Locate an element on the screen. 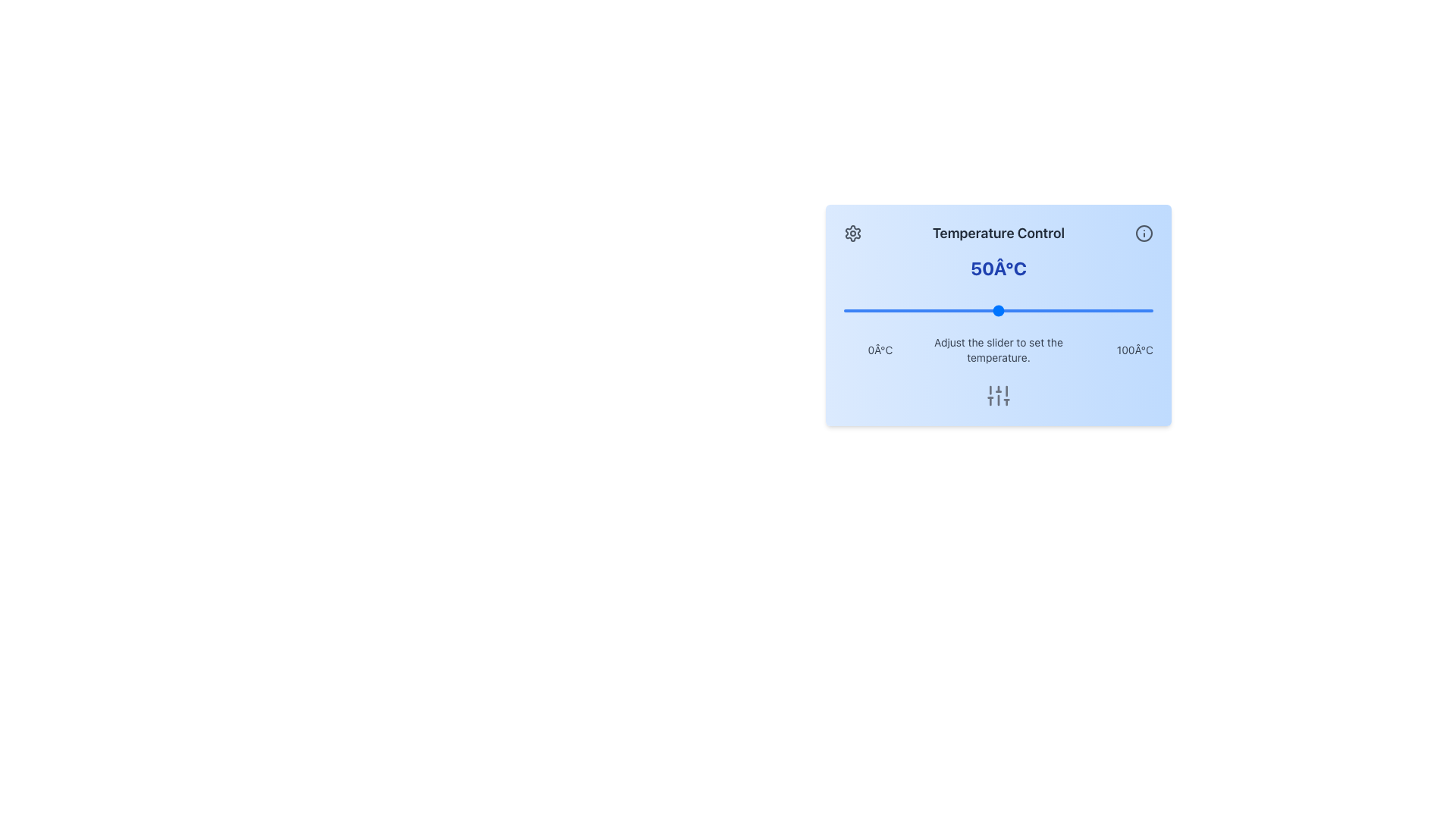 This screenshot has height=819, width=1456. temperature is located at coordinates (1053, 309).